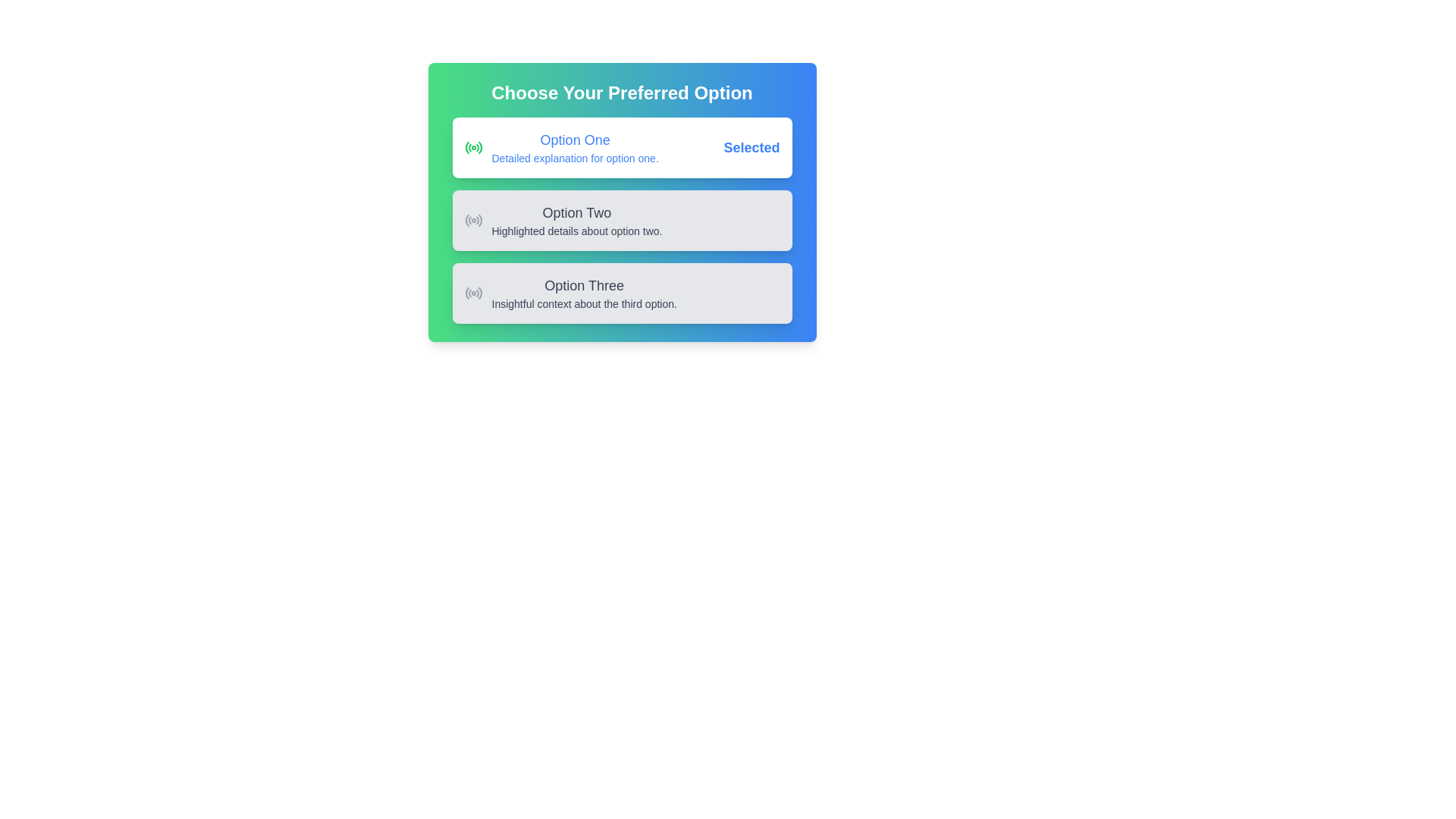 The image size is (1456, 819). I want to click on the third radio button option in the list titled 'Choose Your Preferred Option', so click(570, 293).